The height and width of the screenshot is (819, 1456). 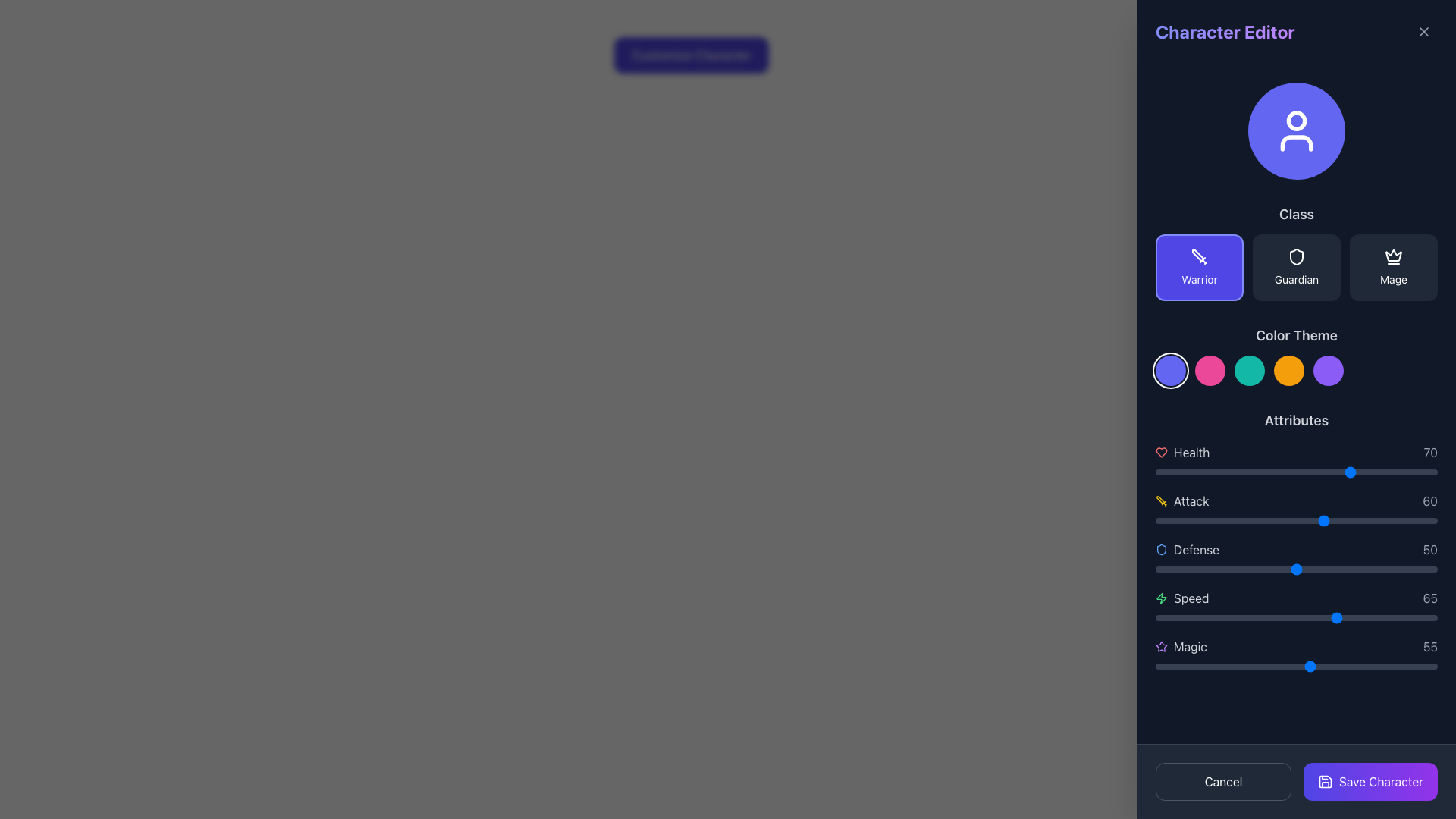 What do you see at coordinates (1326, 519) in the screenshot?
I see `the 'Attack' attribute slider` at bounding box center [1326, 519].